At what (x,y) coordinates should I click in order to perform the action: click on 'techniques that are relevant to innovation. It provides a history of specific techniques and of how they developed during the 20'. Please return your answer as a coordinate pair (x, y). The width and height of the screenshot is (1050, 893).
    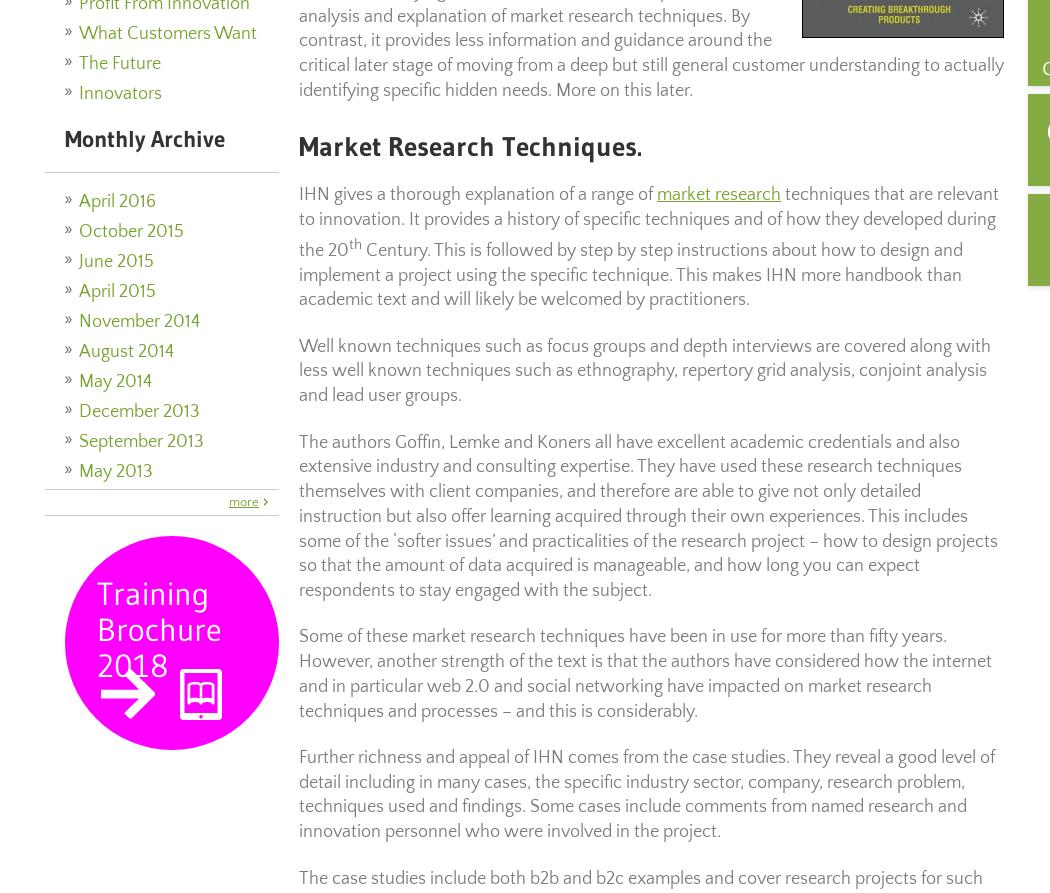
    Looking at the image, I should click on (648, 221).